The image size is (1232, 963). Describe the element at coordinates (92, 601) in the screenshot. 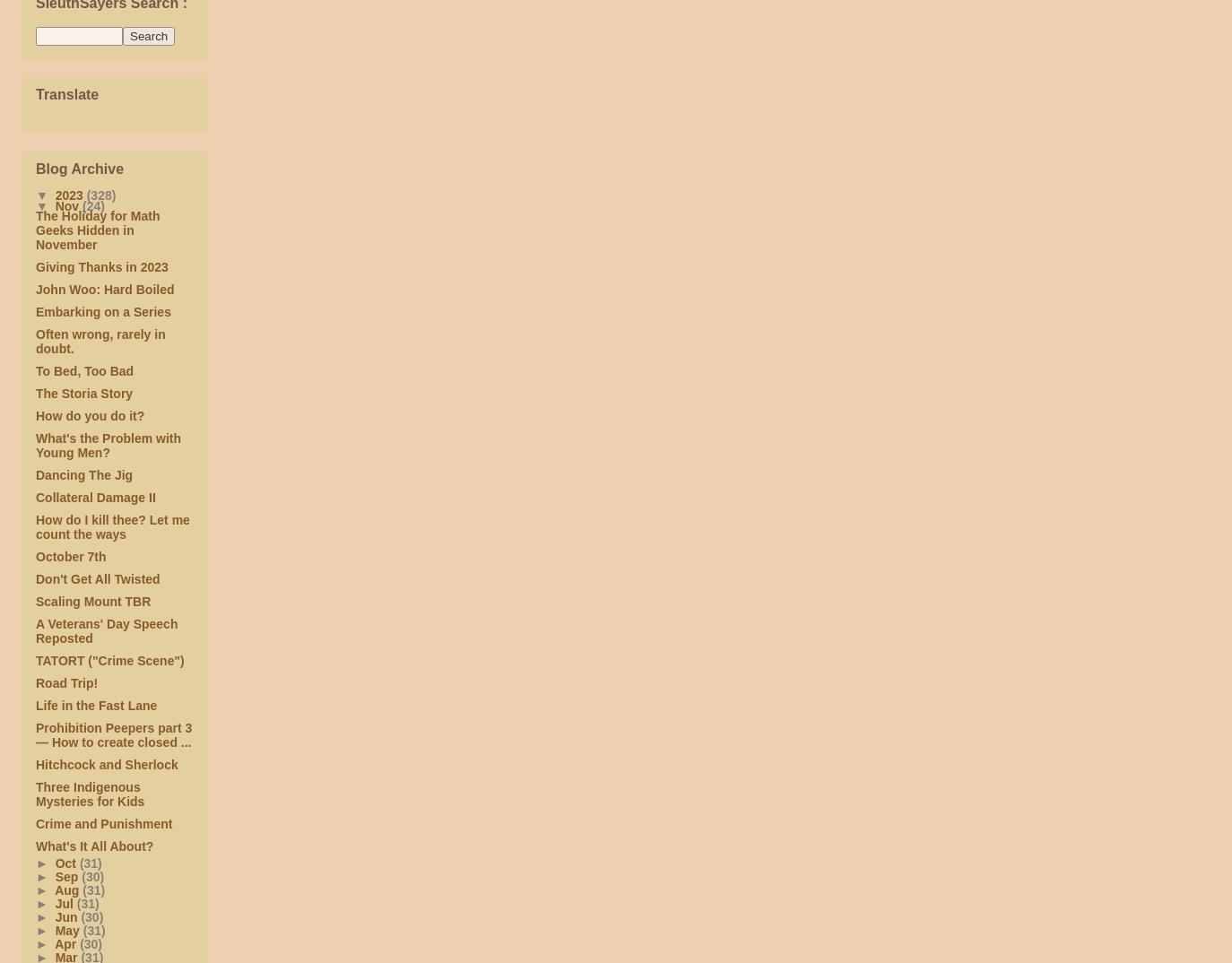

I see `'Scaling Mount TBR'` at that location.